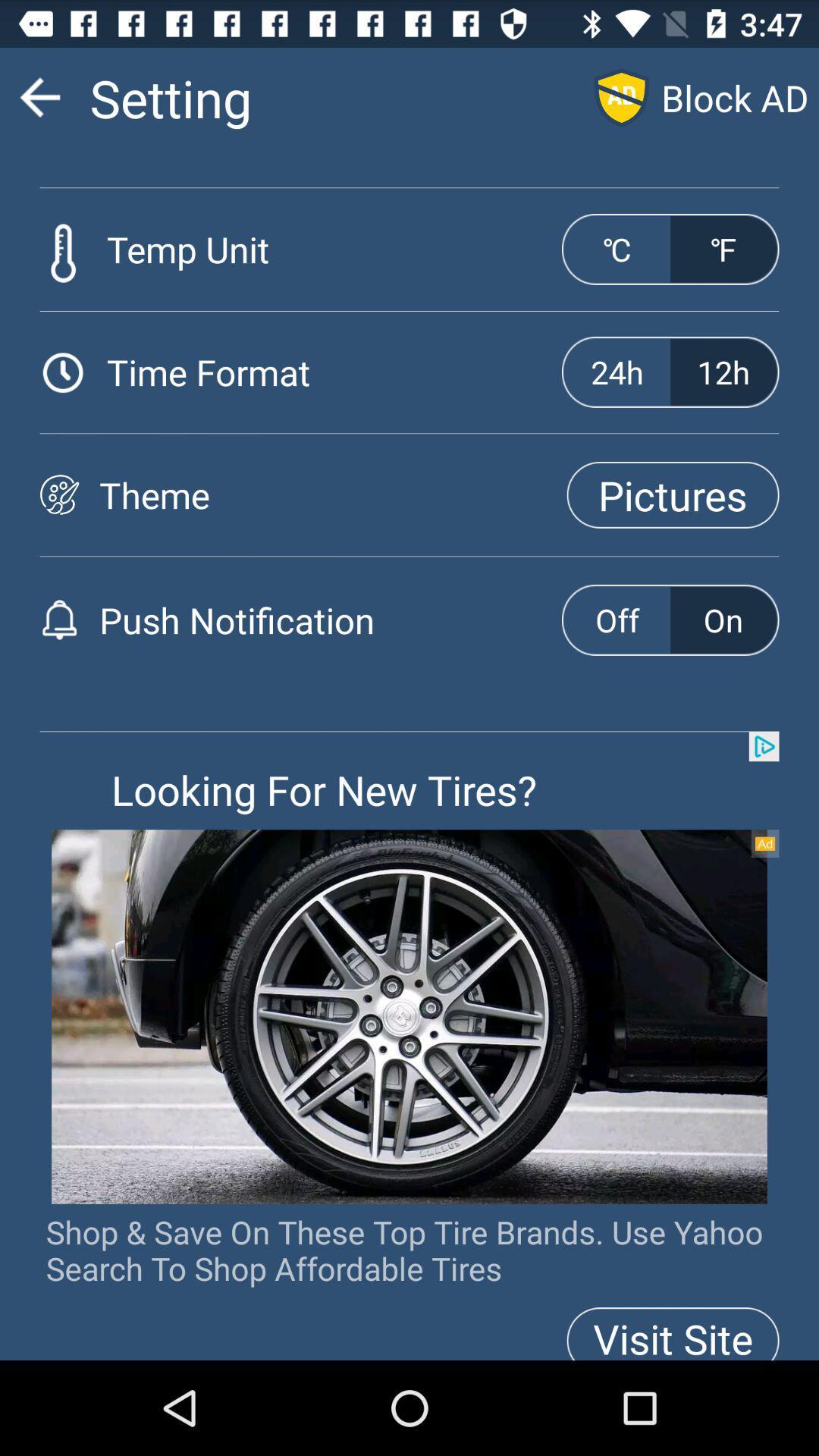 This screenshot has height=1456, width=819. I want to click on the arrow_backward icon, so click(39, 103).